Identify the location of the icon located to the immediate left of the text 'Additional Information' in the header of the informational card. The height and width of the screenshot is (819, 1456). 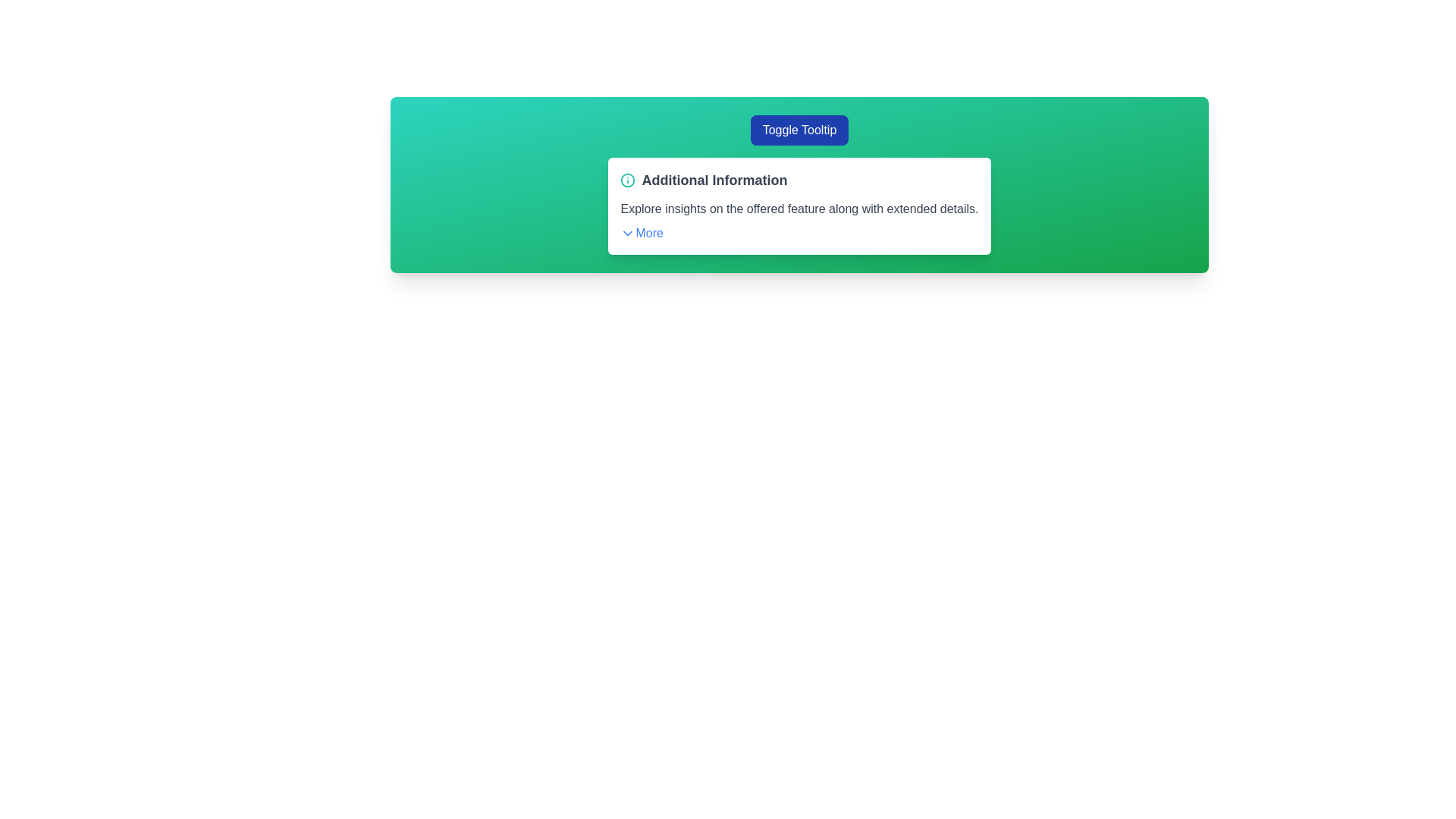
(628, 180).